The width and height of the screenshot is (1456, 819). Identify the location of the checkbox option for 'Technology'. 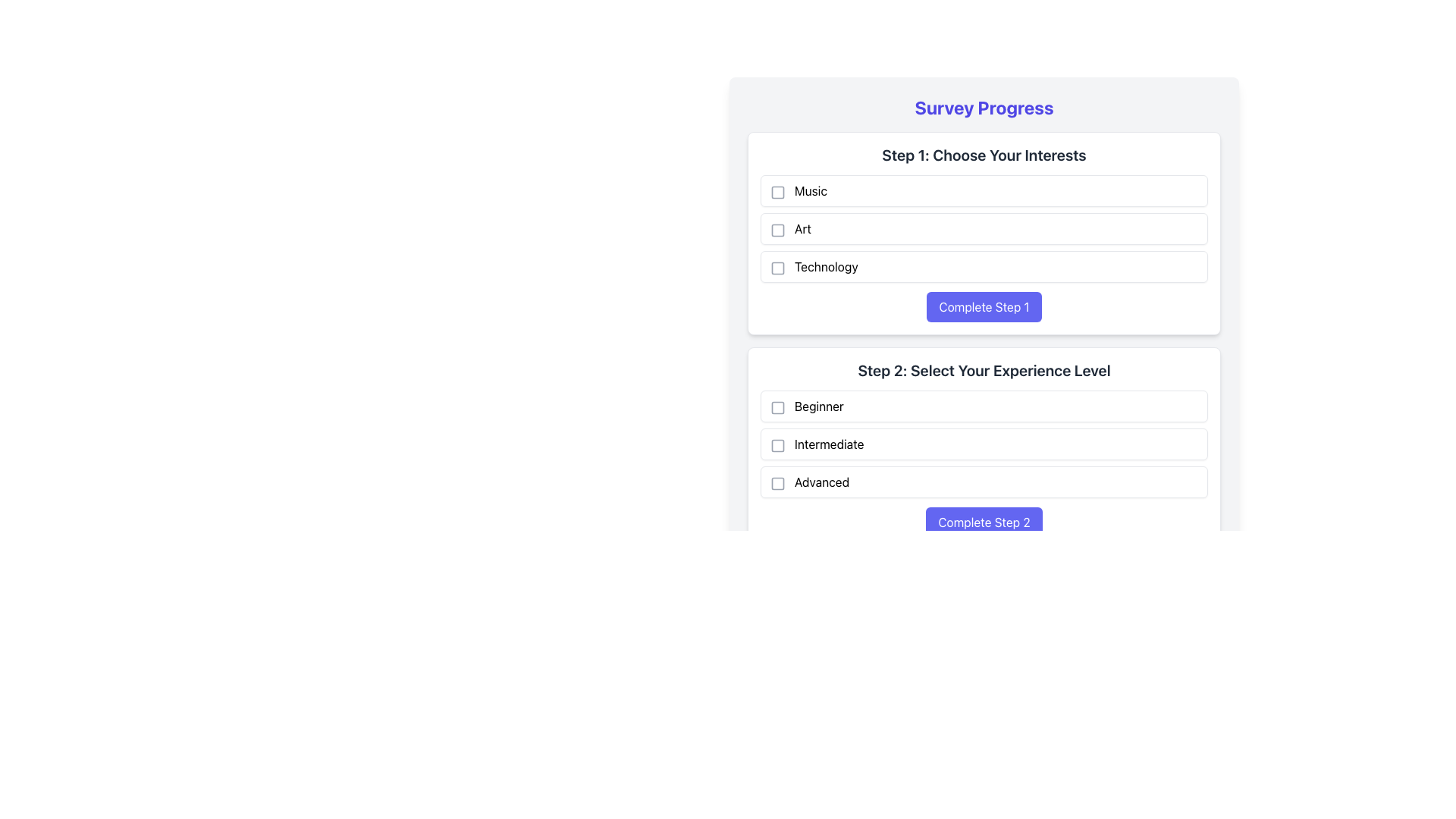
(778, 267).